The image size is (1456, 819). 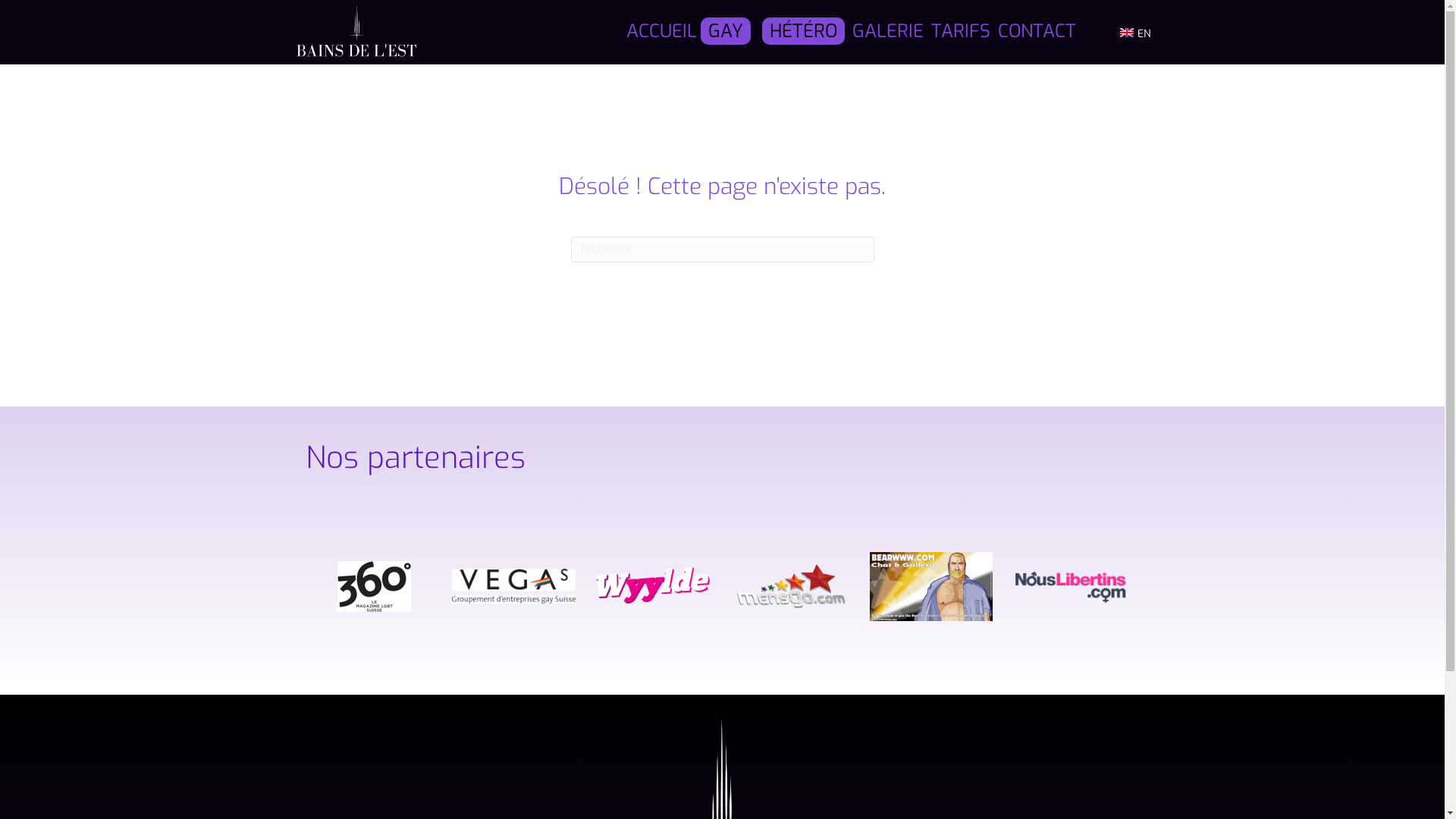 I want to click on 'GALERIE', so click(x=888, y=32).